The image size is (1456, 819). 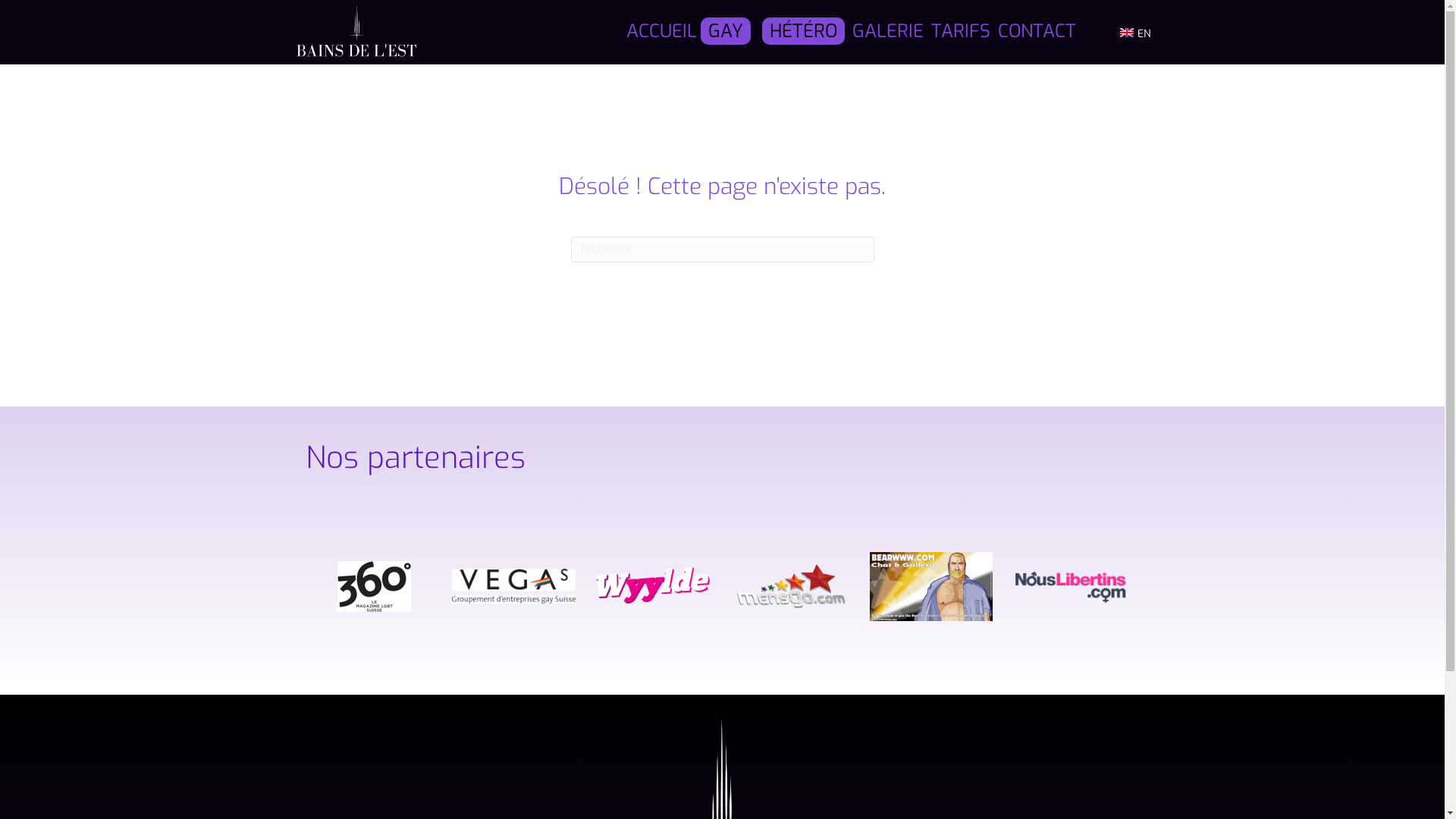 I want to click on 'GALERIE', so click(x=888, y=32).